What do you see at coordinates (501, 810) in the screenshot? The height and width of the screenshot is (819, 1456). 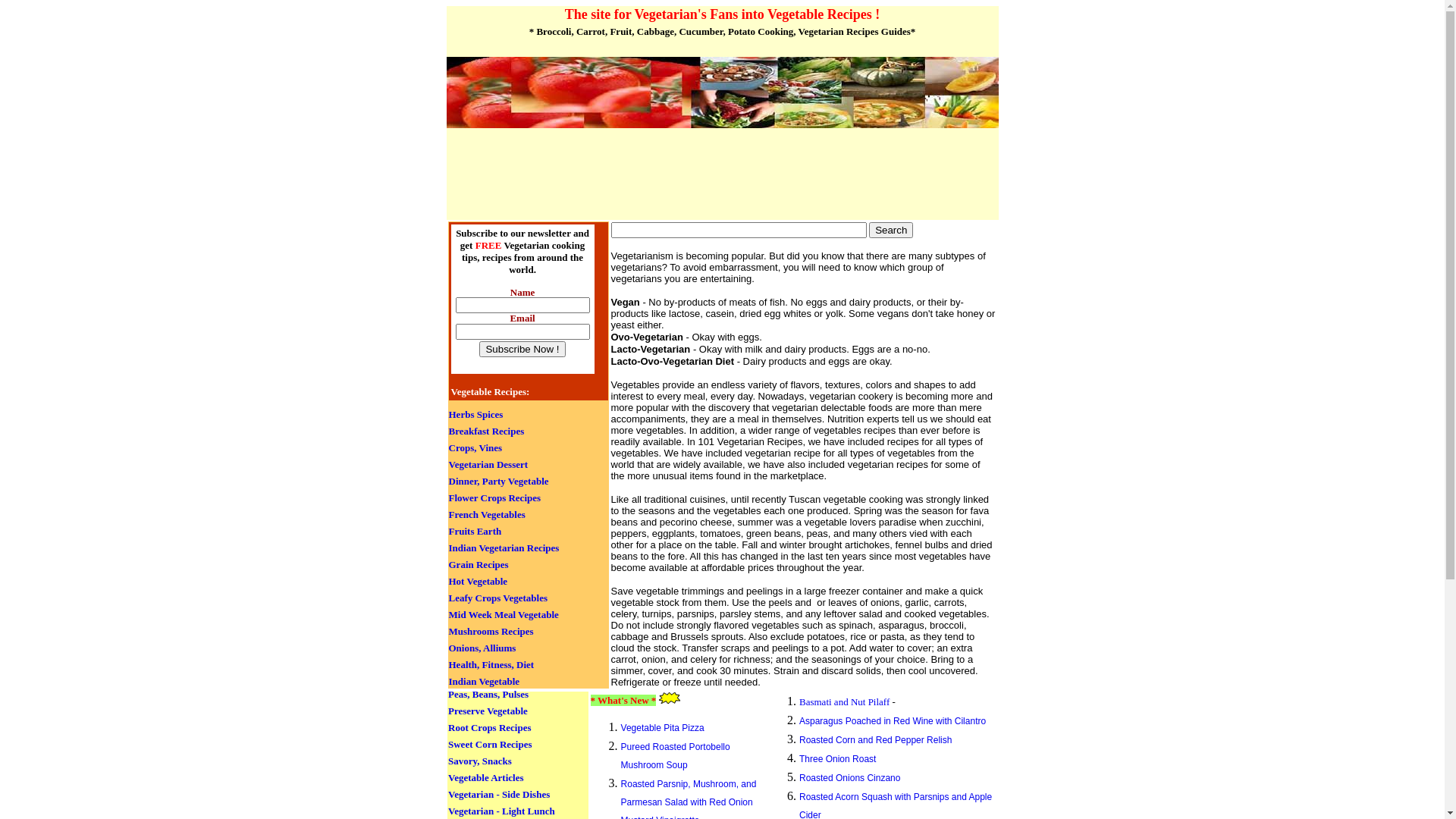 I see `'Vegetarian - Light Lunch'` at bounding box center [501, 810].